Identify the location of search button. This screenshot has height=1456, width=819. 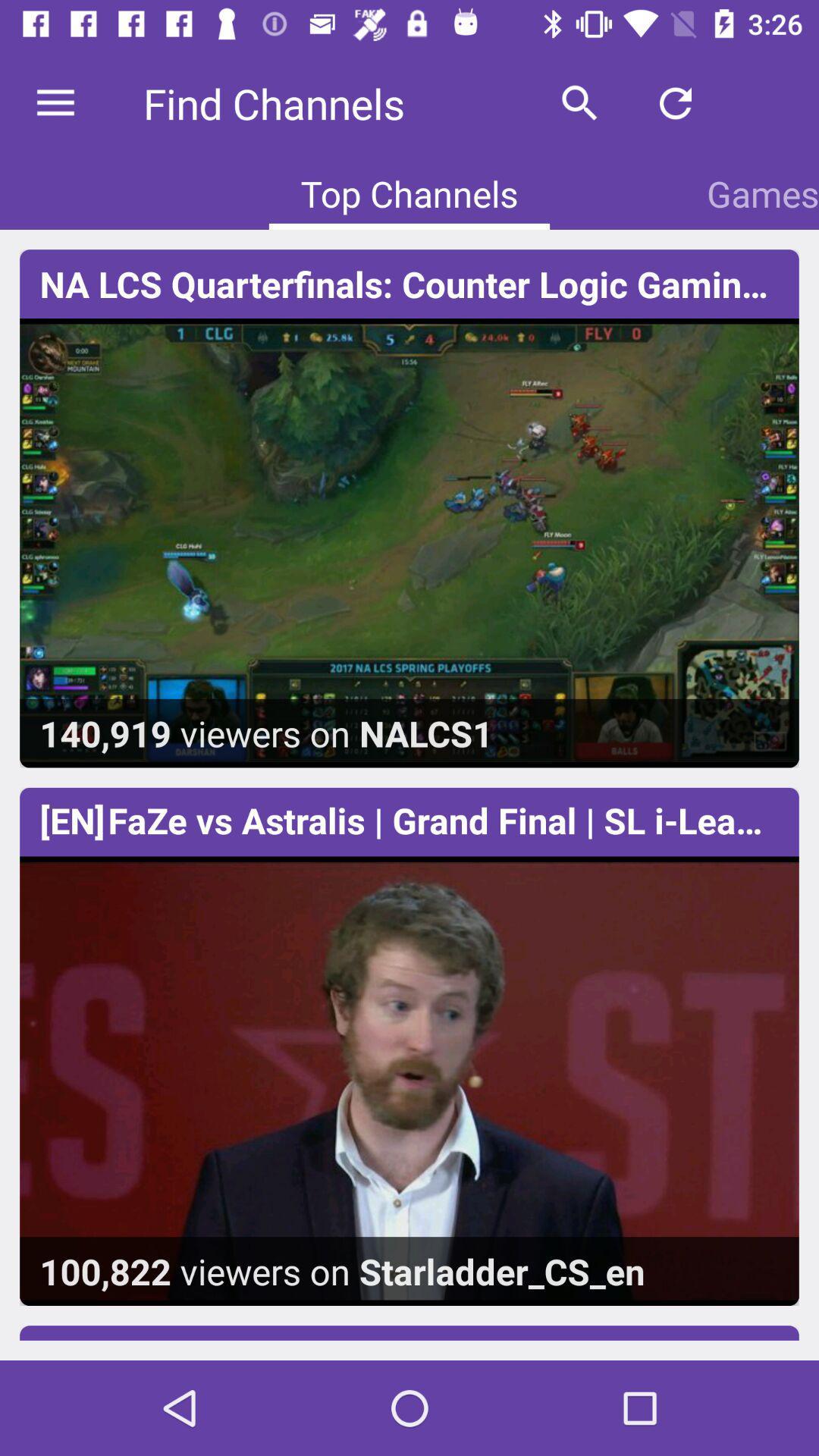
(579, 103).